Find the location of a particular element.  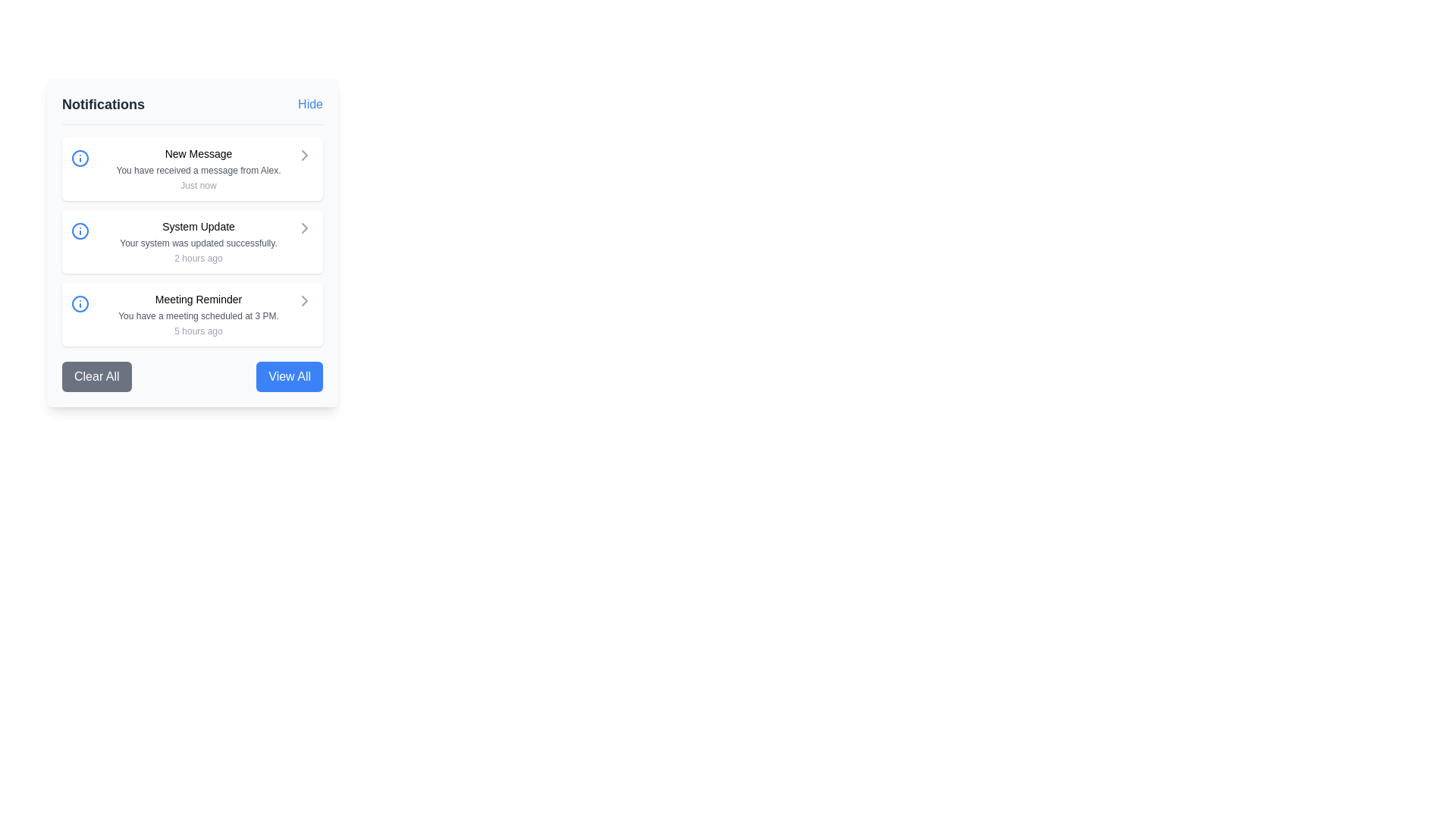

the chevron icon located at the far right of the 'System Update' notification card is located at coordinates (304, 227).